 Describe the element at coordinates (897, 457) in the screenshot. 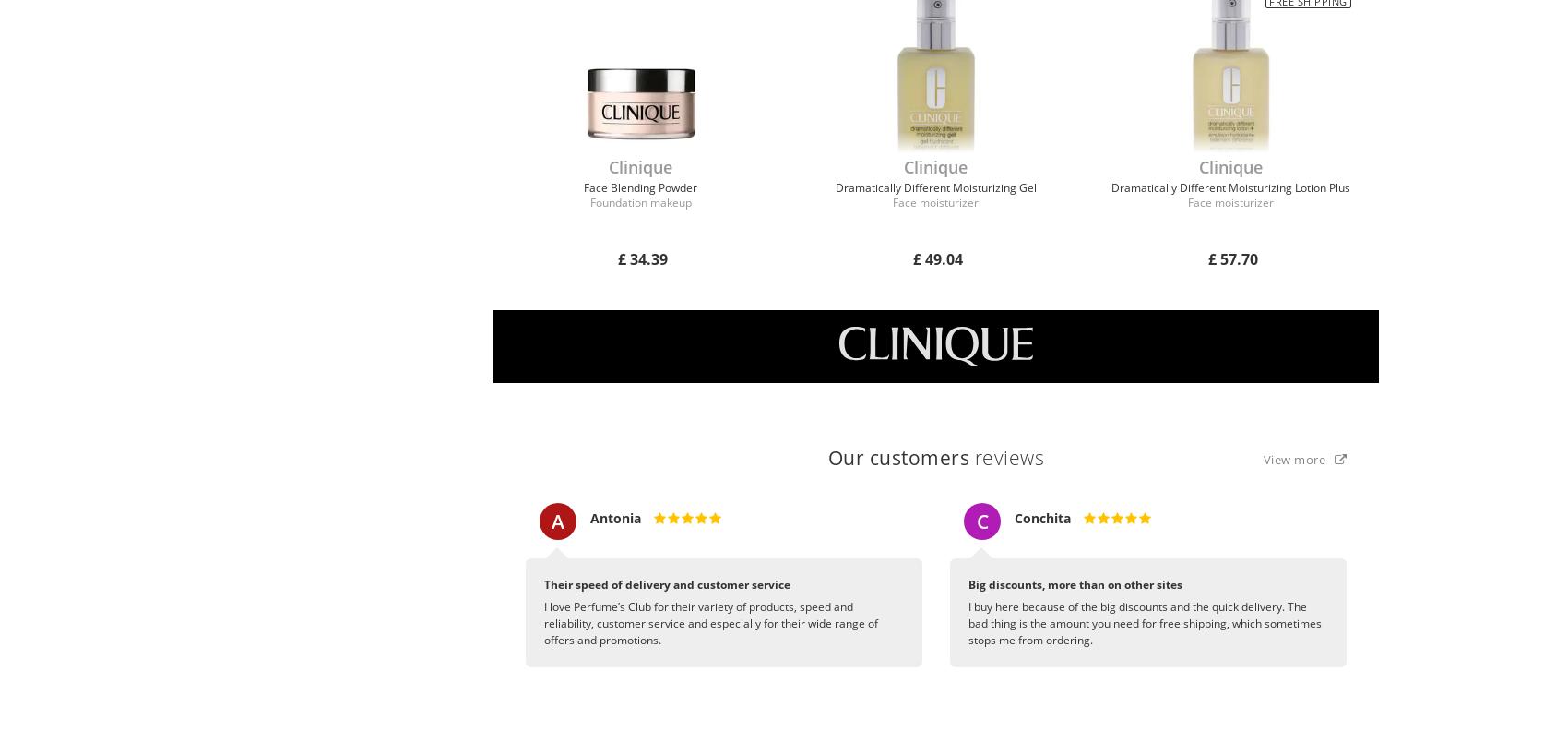

I see `'Our customers'` at that location.